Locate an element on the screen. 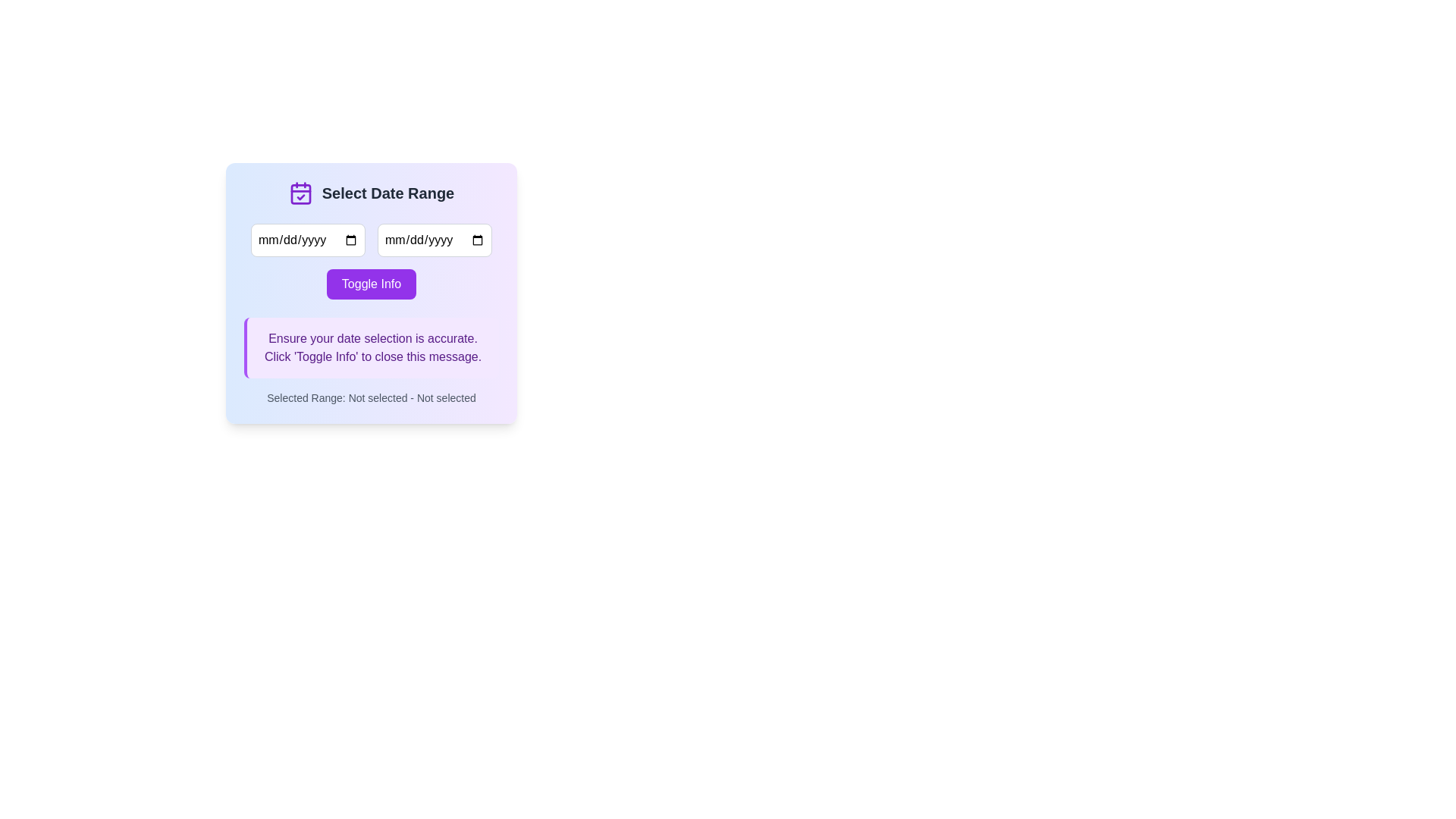 This screenshot has width=1456, height=819. the purple-colored calendar icon with a checkmark, located to the left of the 'Select Date Range' text is located at coordinates (300, 192).